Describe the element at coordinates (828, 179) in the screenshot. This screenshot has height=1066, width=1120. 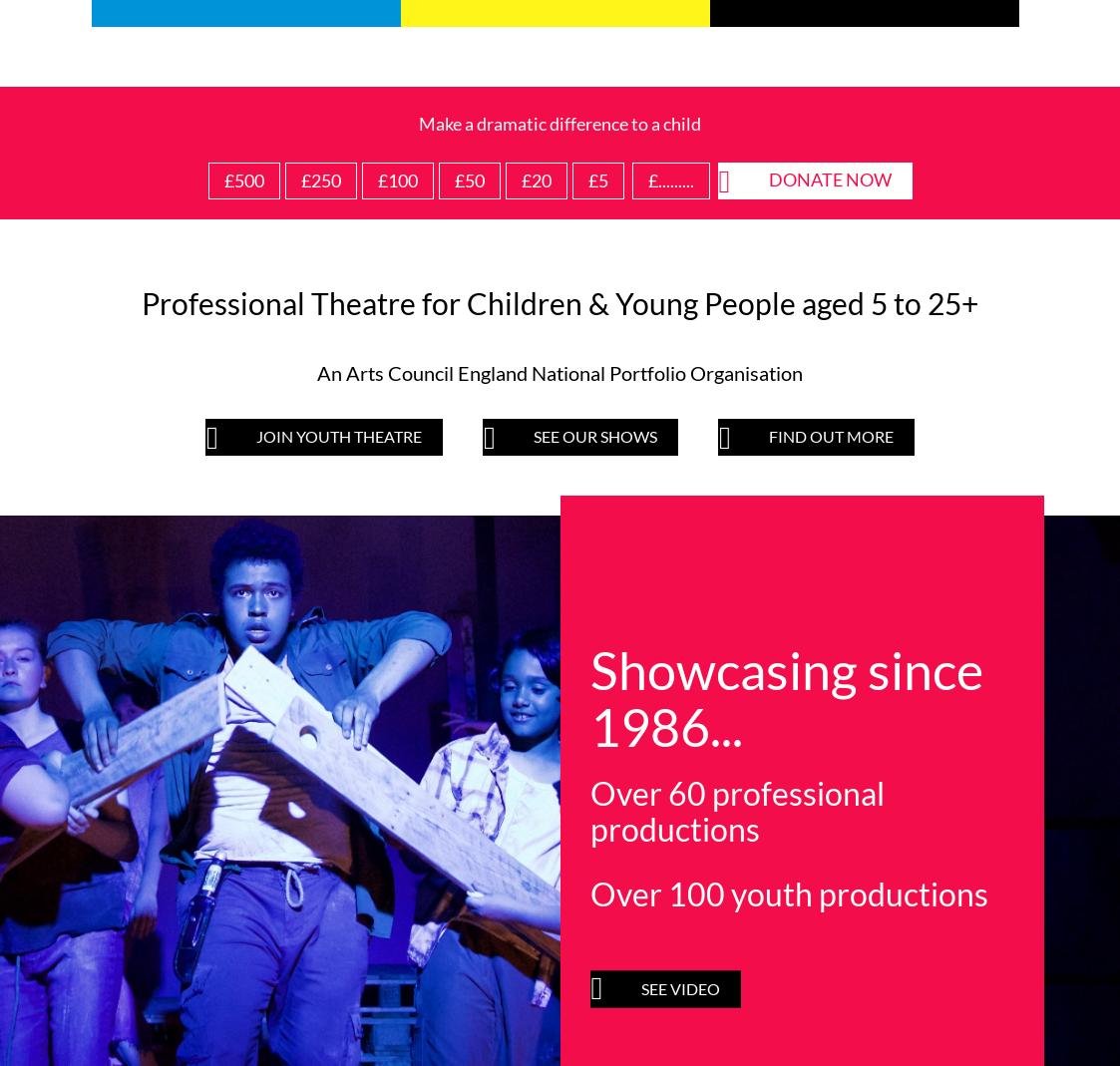
I see `'Donate now'` at that location.